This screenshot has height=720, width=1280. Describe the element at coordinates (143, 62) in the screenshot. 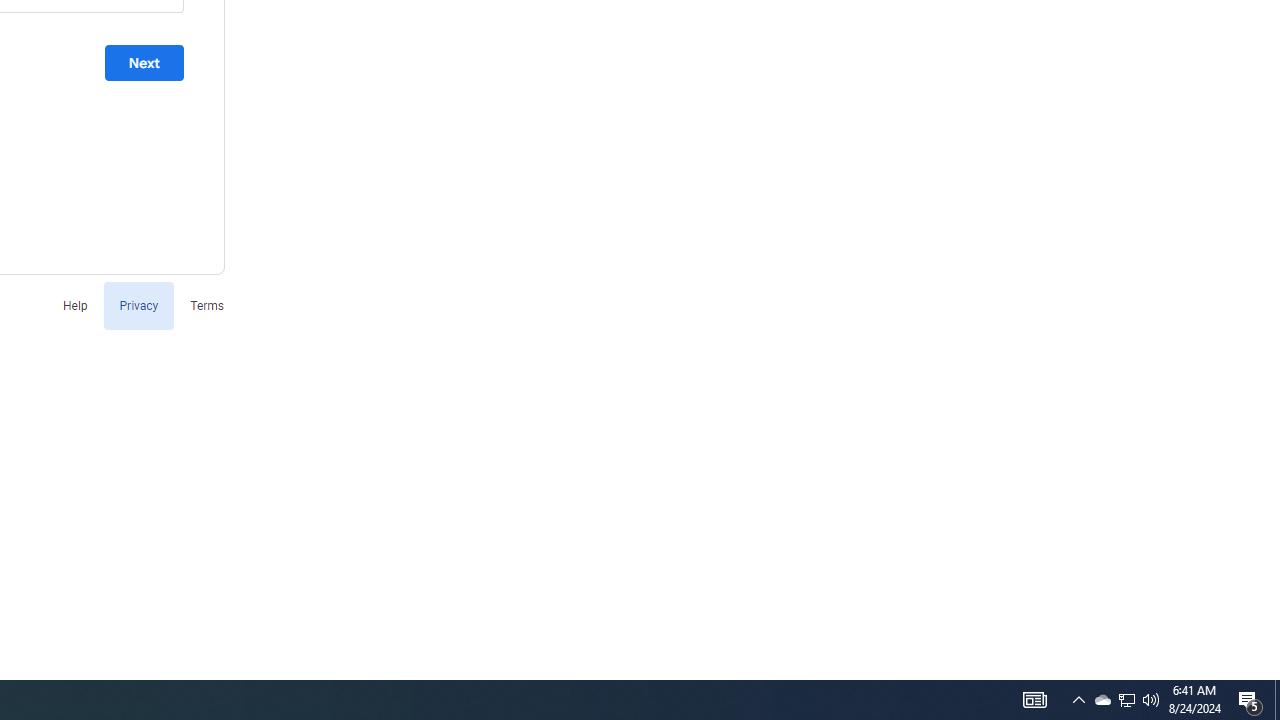

I see `'Next'` at that location.